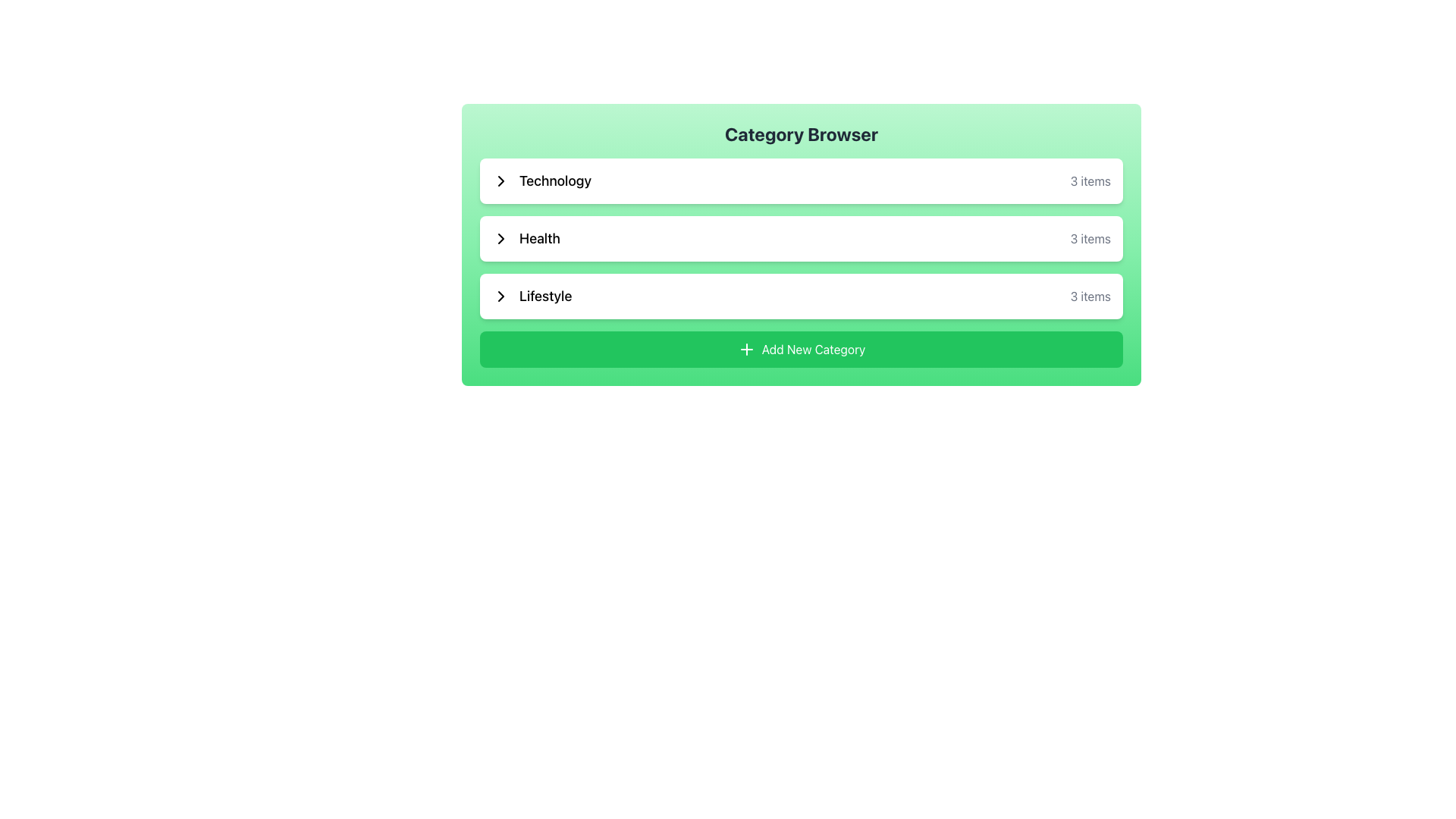 The width and height of the screenshot is (1456, 819). Describe the element at coordinates (545, 296) in the screenshot. I see `the group associated with the 'Lifestyle' text label, which is the third item in the list of categories under 'Category Browser'` at that location.